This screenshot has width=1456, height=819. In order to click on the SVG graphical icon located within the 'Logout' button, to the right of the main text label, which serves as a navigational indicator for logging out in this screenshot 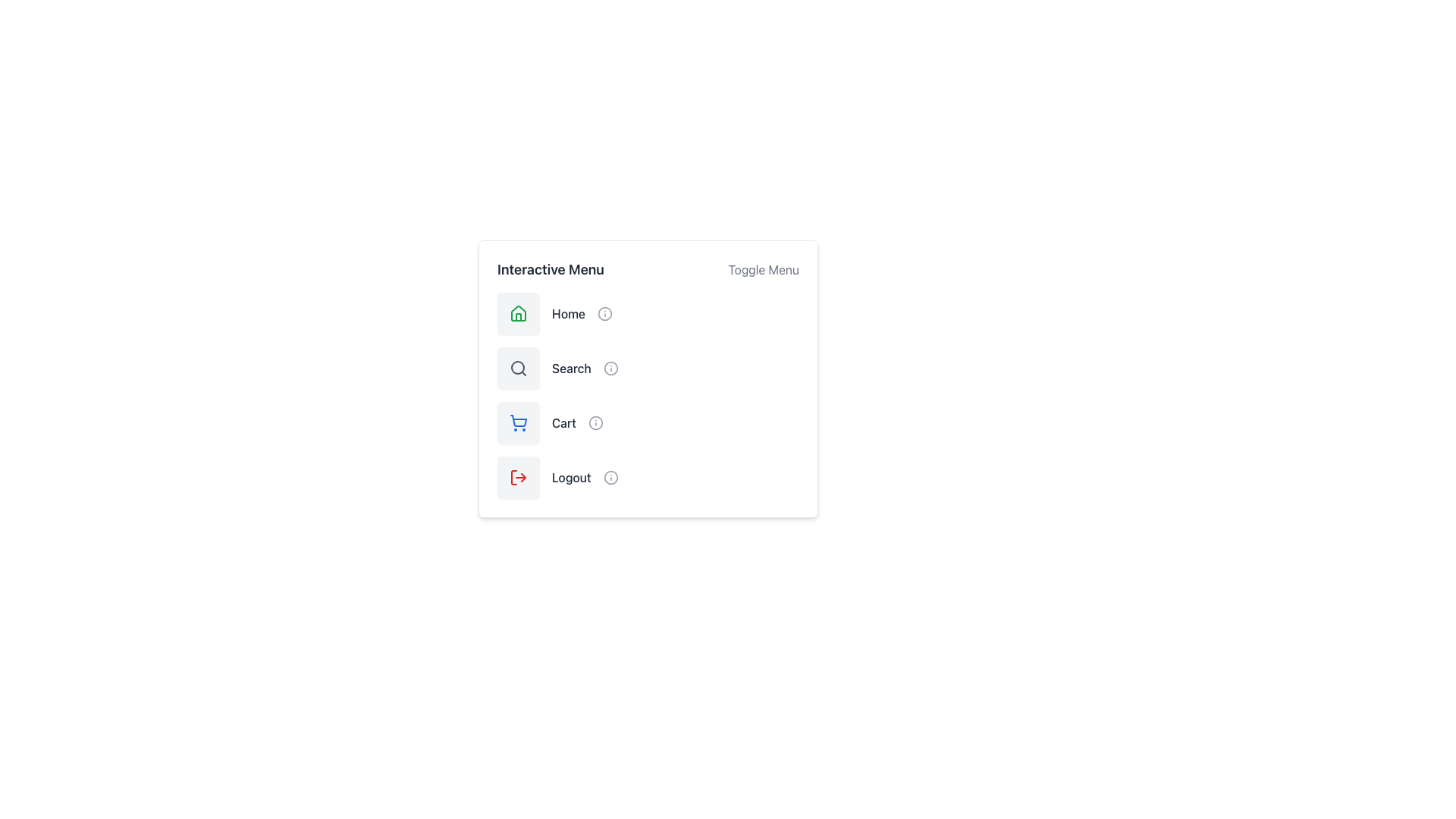, I will do `click(523, 476)`.